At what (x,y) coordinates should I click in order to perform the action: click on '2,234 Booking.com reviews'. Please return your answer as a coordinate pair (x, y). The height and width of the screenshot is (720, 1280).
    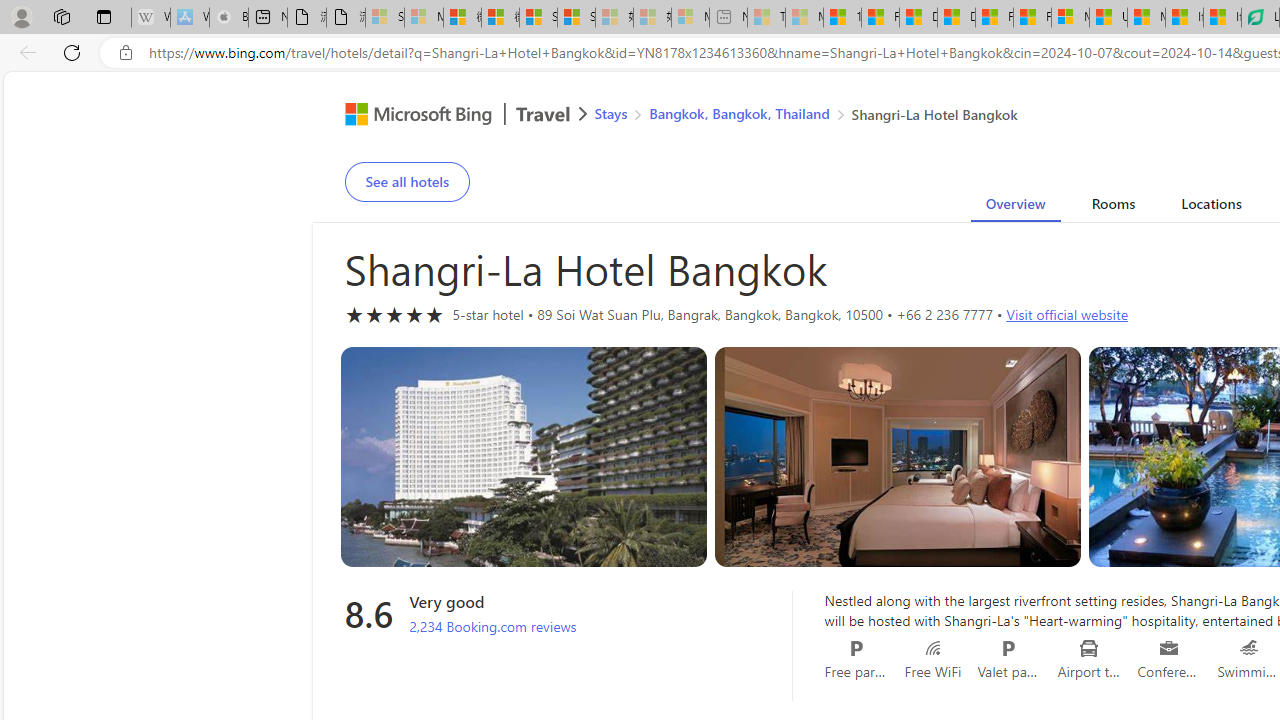
    Looking at the image, I should click on (493, 626).